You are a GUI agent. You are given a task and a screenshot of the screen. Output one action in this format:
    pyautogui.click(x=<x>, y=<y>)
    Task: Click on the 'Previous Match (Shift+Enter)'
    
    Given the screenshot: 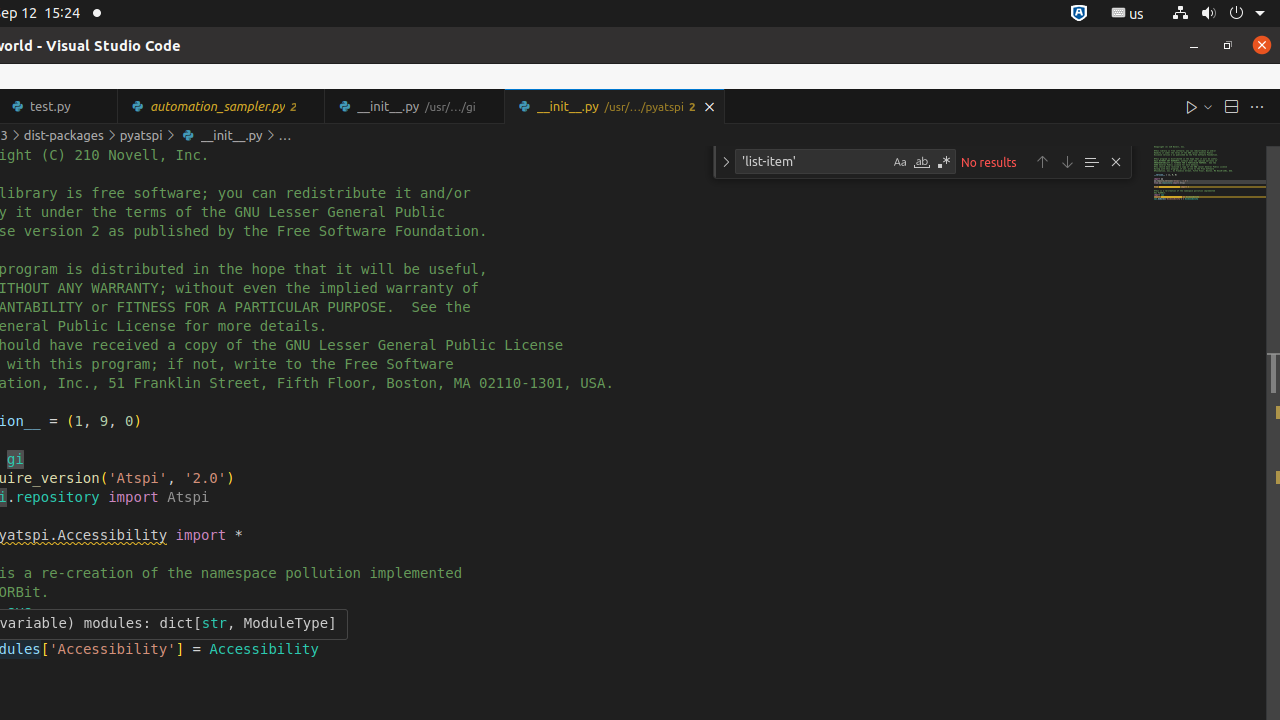 What is the action you would take?
    pyautogui.click(x=1041, y=160)
    